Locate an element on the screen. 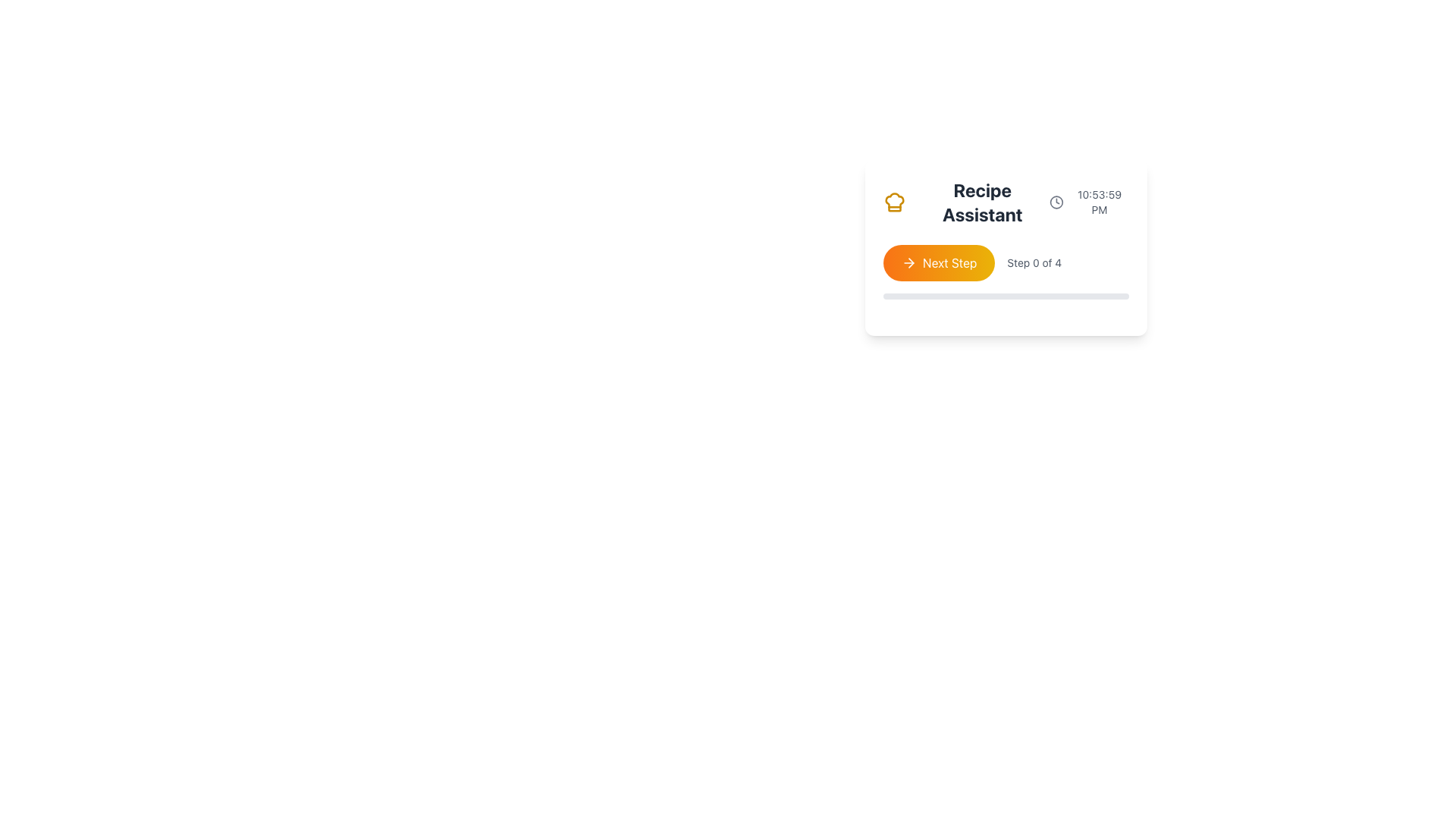 The height and width of the screenshot is (819, 1456). the chef hat icon, which is a decorative representation of cooking, located in the top-left corner of the card, to the left of 'Recipe Assistant' is located at coordinates (895, 201).